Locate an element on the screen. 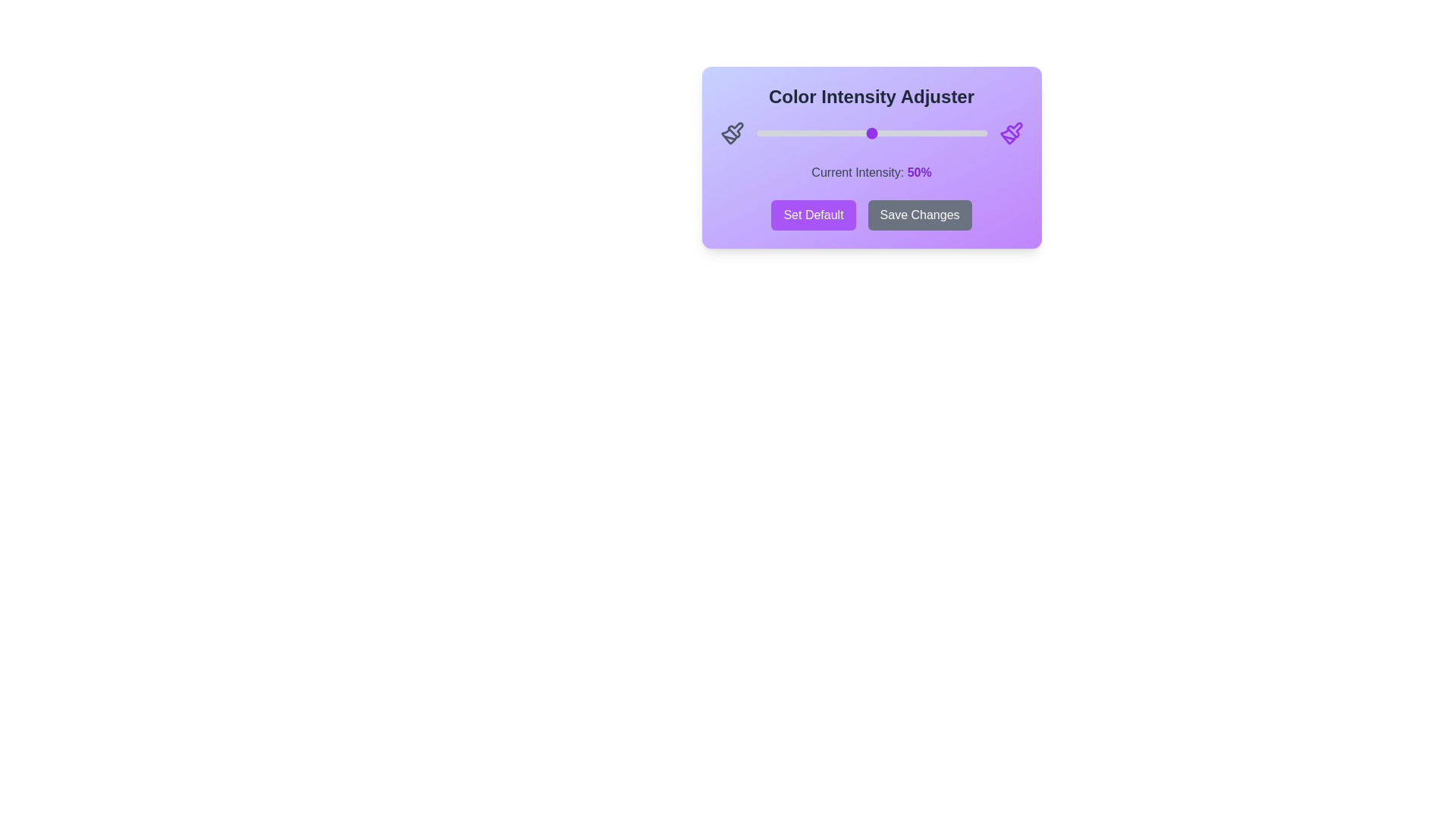  the slider to 0% to adjust the color intensity is located at coordinates (756, 133).